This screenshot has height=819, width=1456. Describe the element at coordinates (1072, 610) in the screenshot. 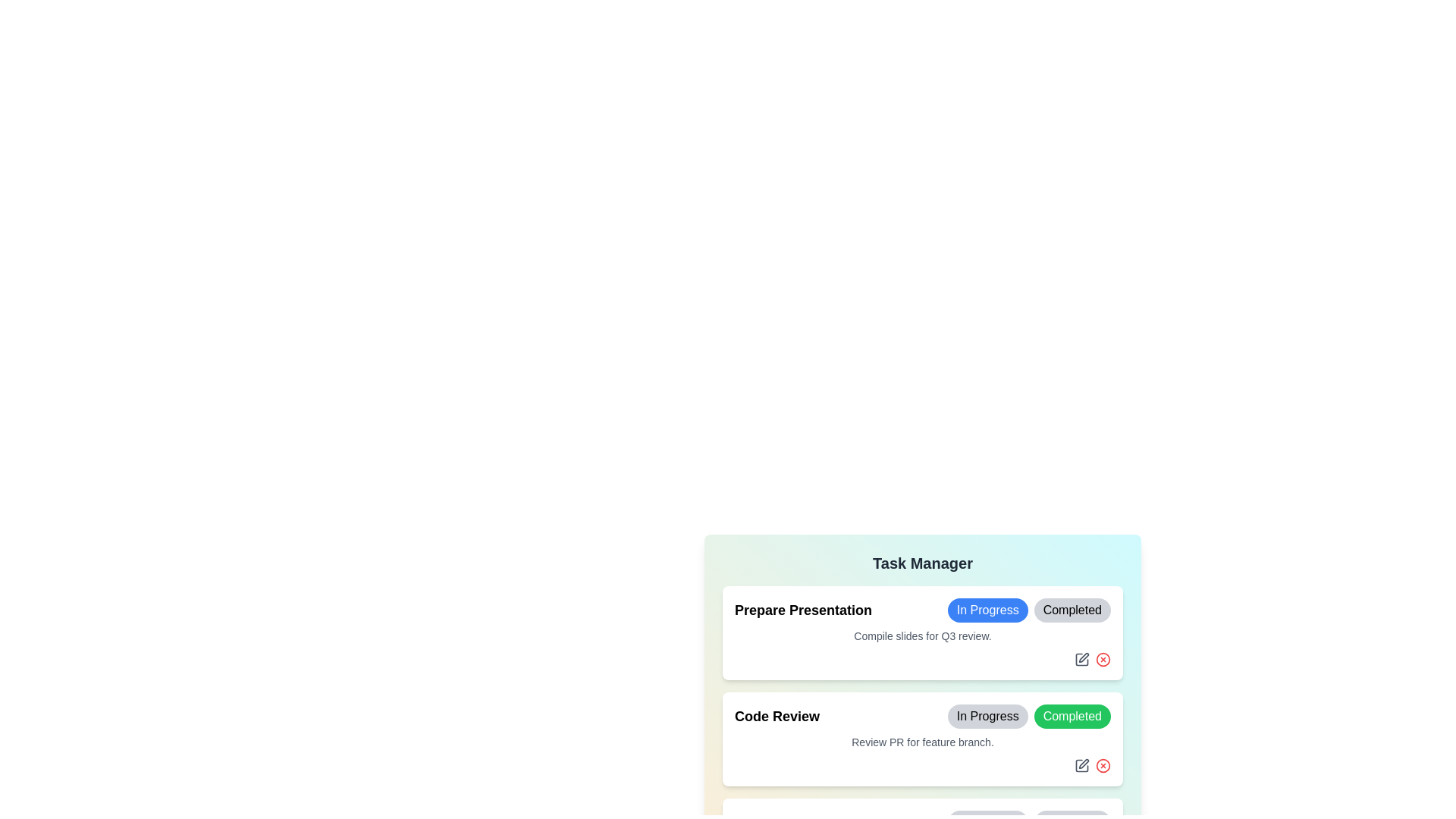

I see `'Completed' button for the task with title Prepare Presentation` at that location.